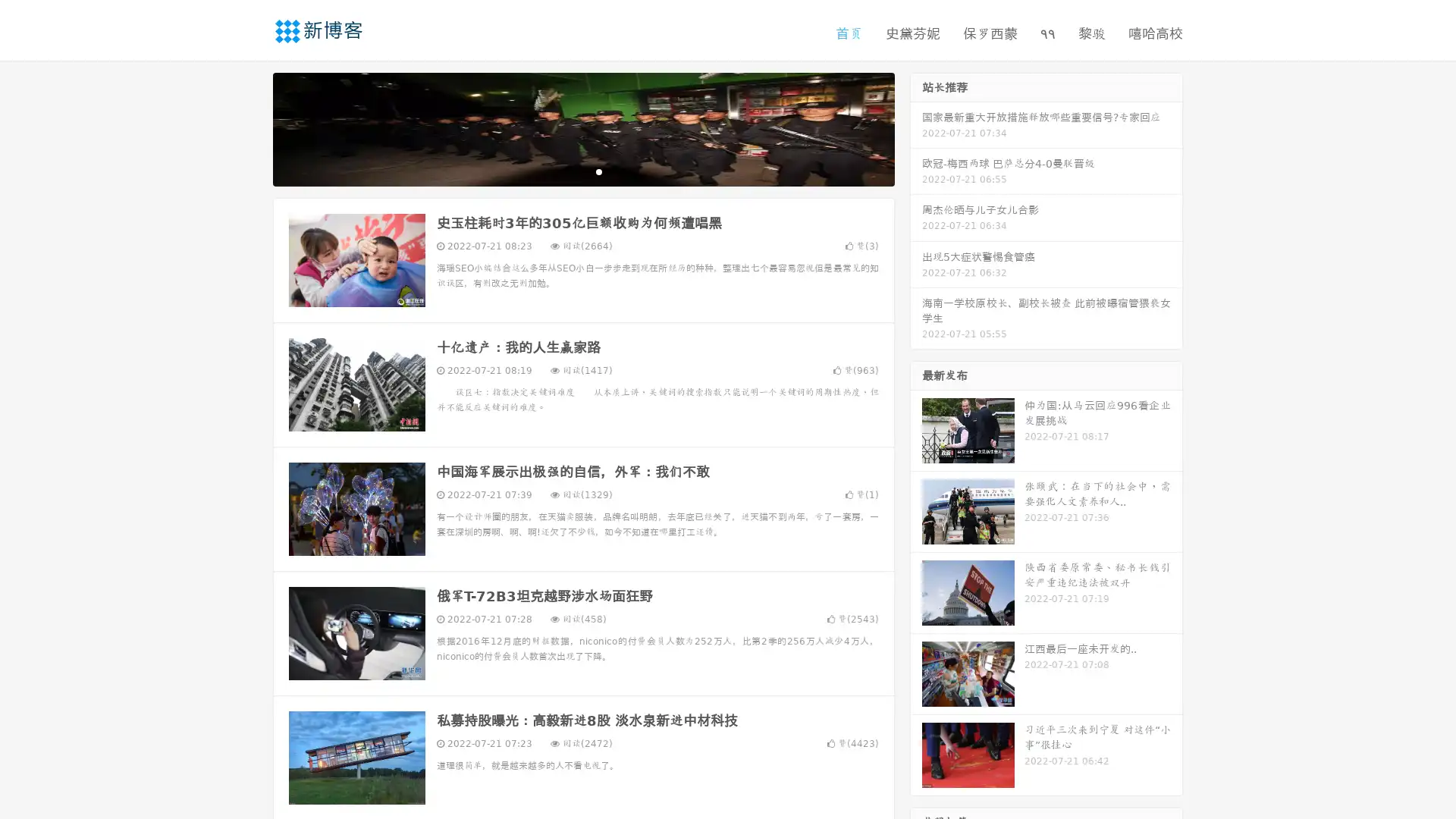  What do you see at coordinates (916, 127) in the screenshot?
I see `Next slide` at bounding box center [916, 127].